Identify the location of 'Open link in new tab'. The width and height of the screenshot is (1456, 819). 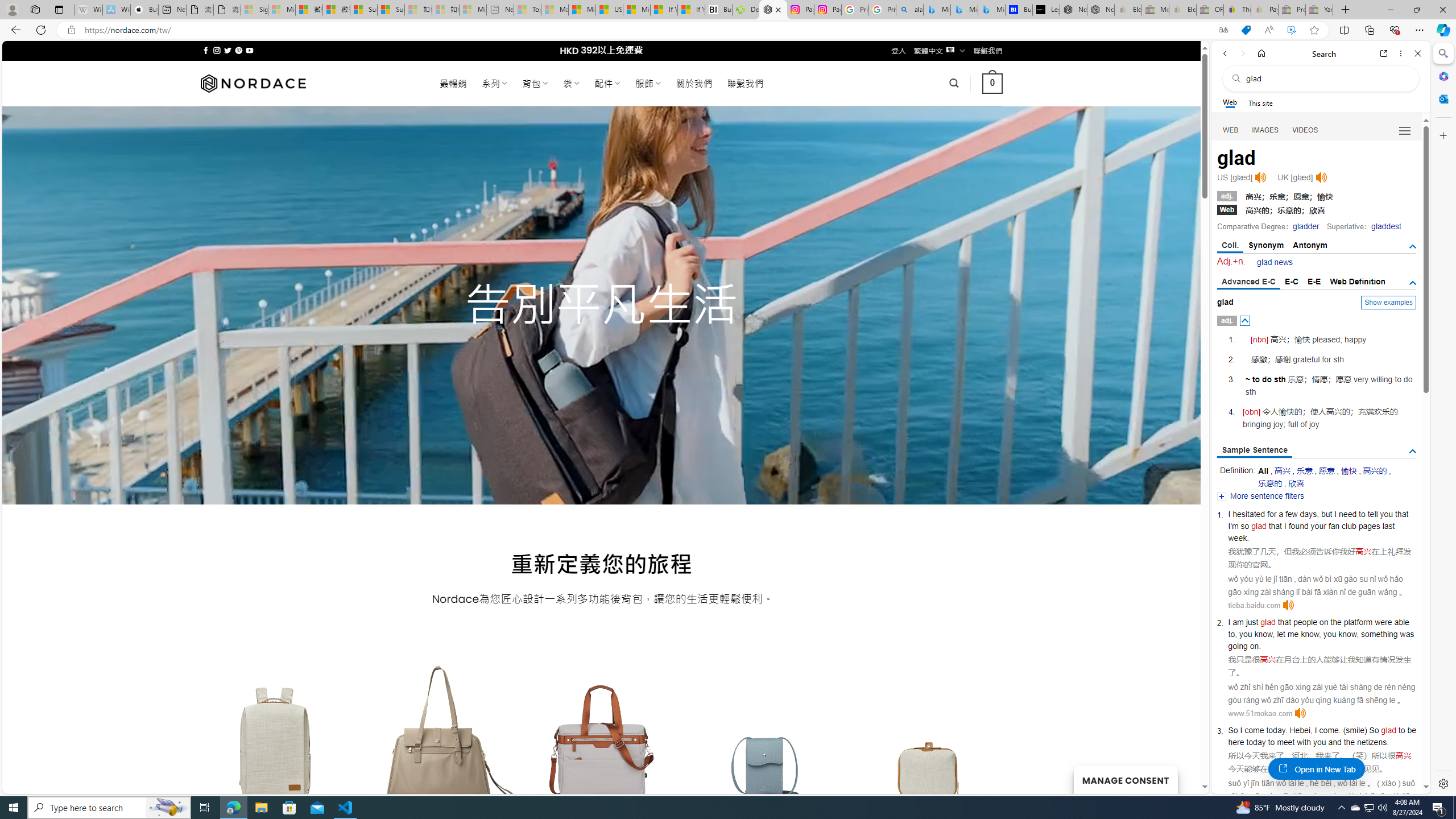
(1384, 53).